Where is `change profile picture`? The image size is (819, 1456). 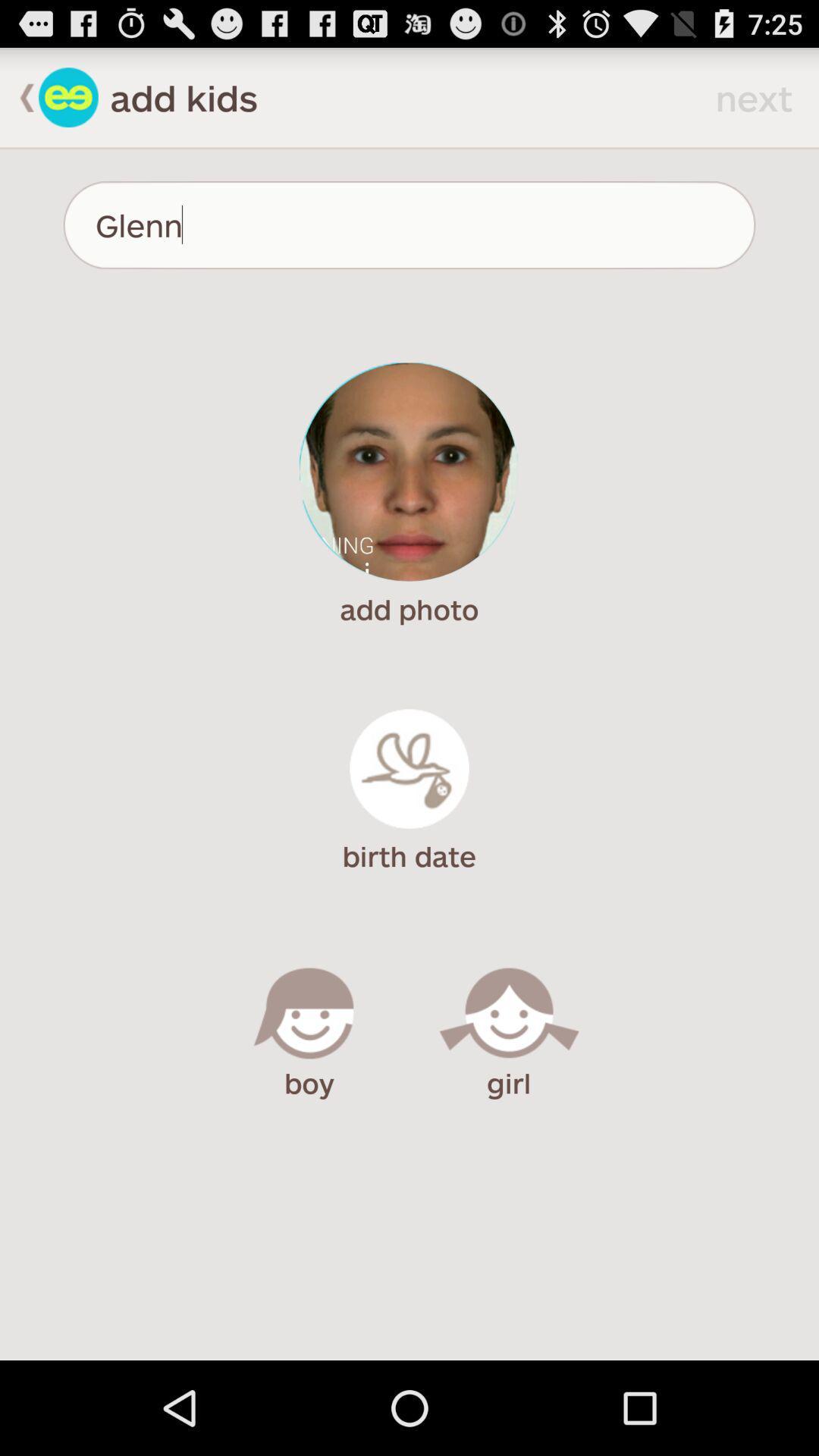
change profile picture is located at coordinates (408, 471).